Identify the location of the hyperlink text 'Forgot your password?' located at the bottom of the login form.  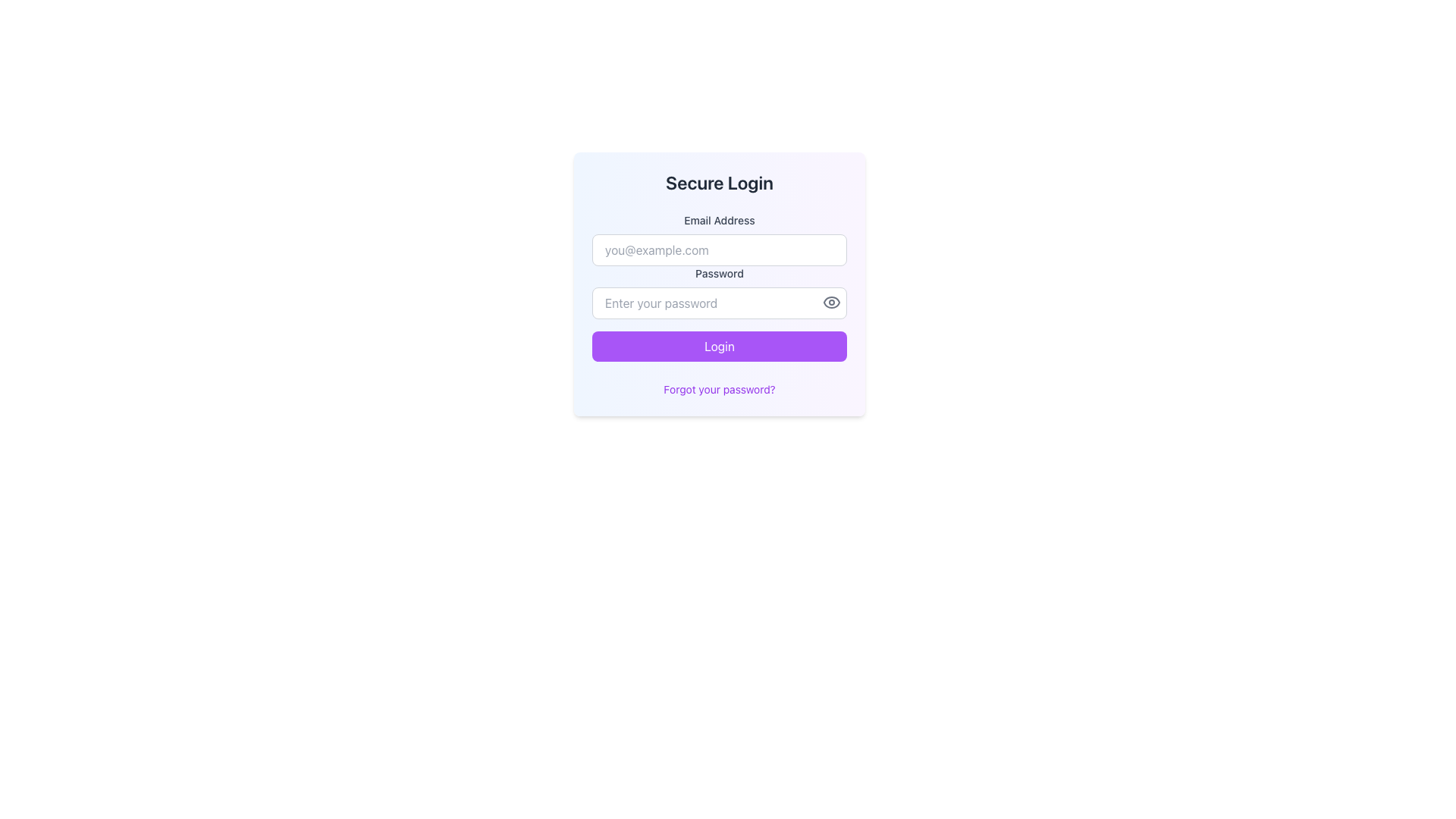
(719, 388).